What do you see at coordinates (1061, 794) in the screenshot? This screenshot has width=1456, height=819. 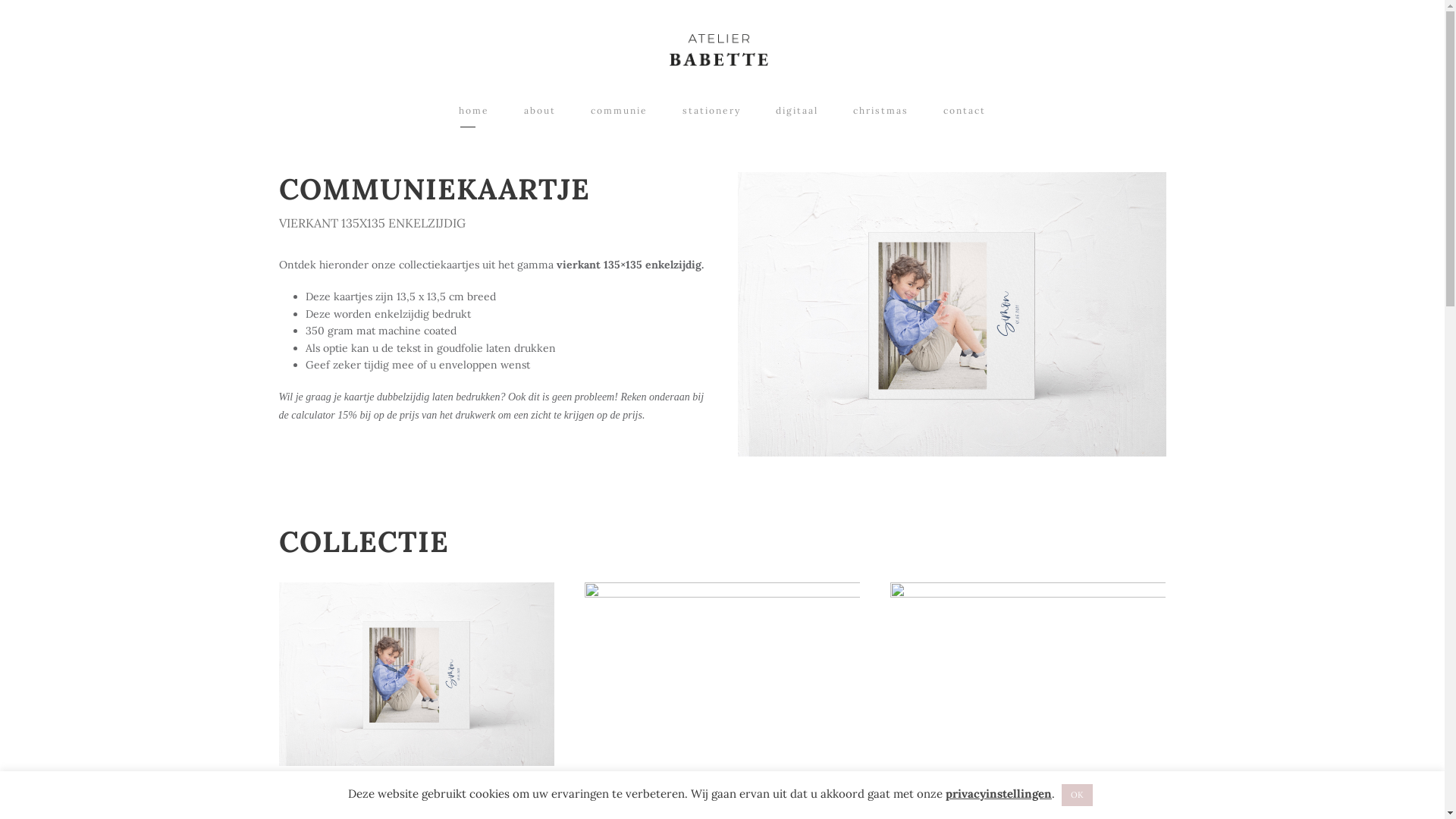 I see `'OK'` at bounding box center [1061, 794].